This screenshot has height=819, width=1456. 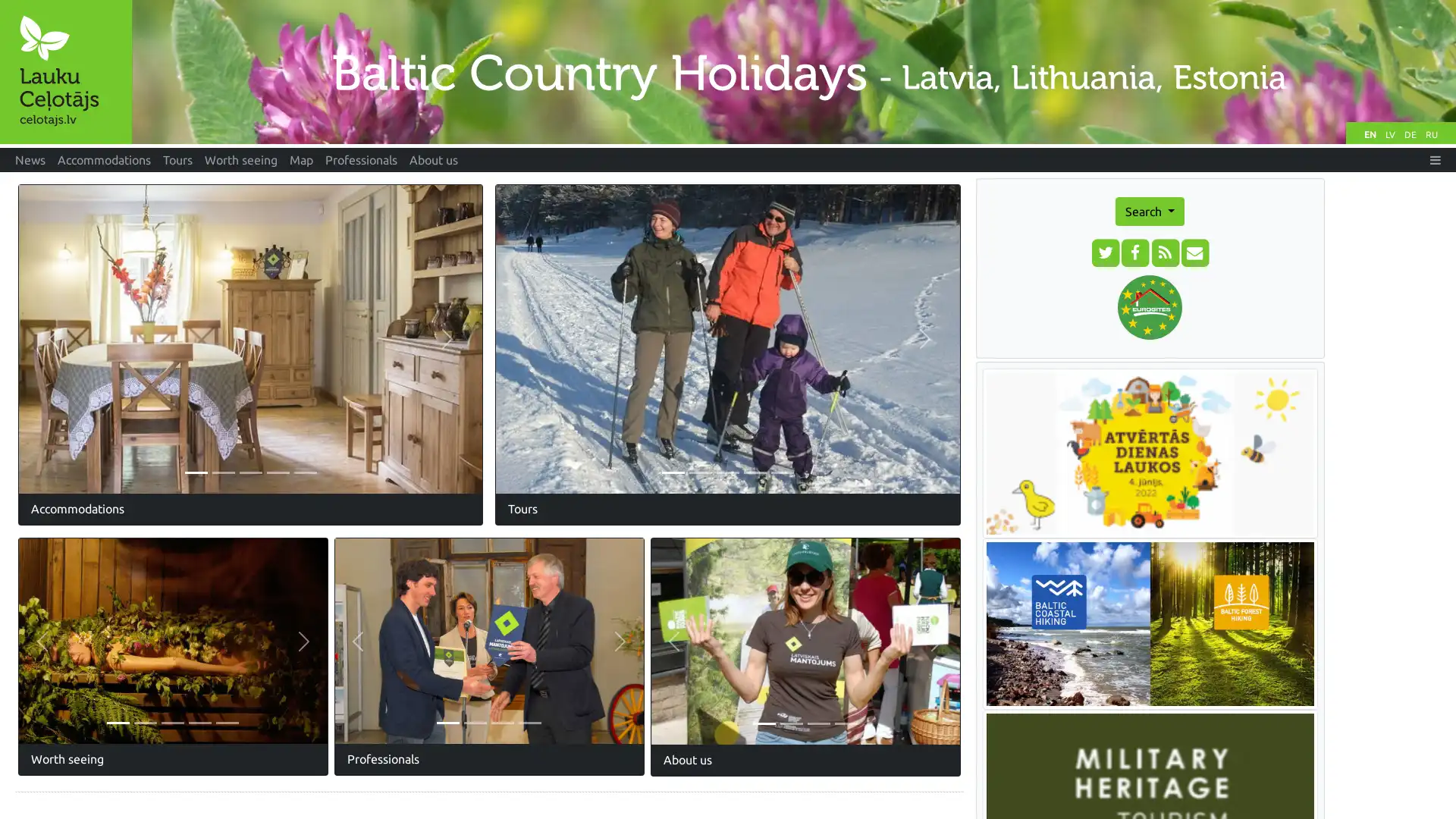 What do you see at coordinates (531, 338) in the screenshot?
I see `Previous` at bounding box center [531, 338].